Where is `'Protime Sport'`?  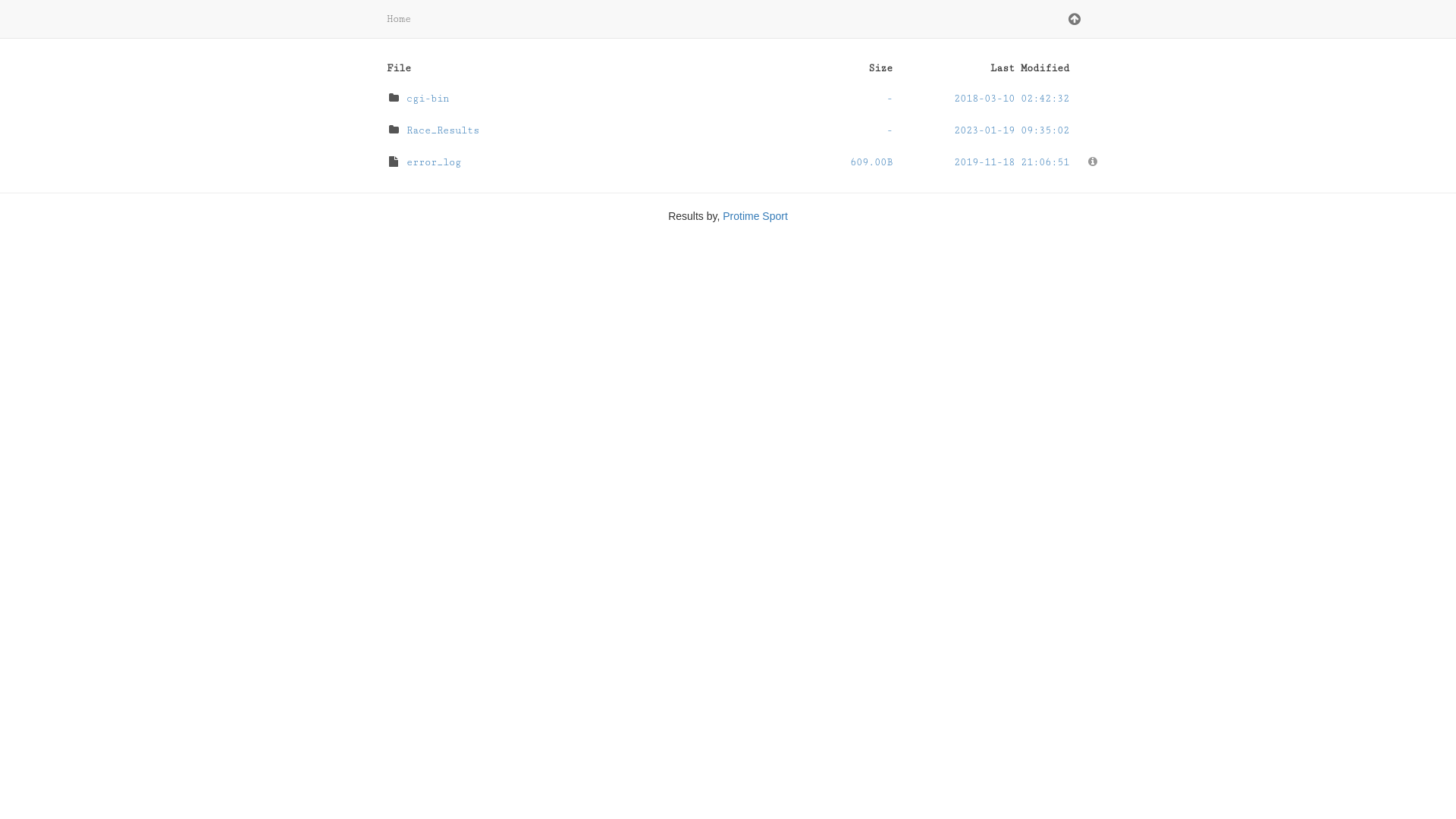
'Protime Sport' is located at coordinates (755, 216).